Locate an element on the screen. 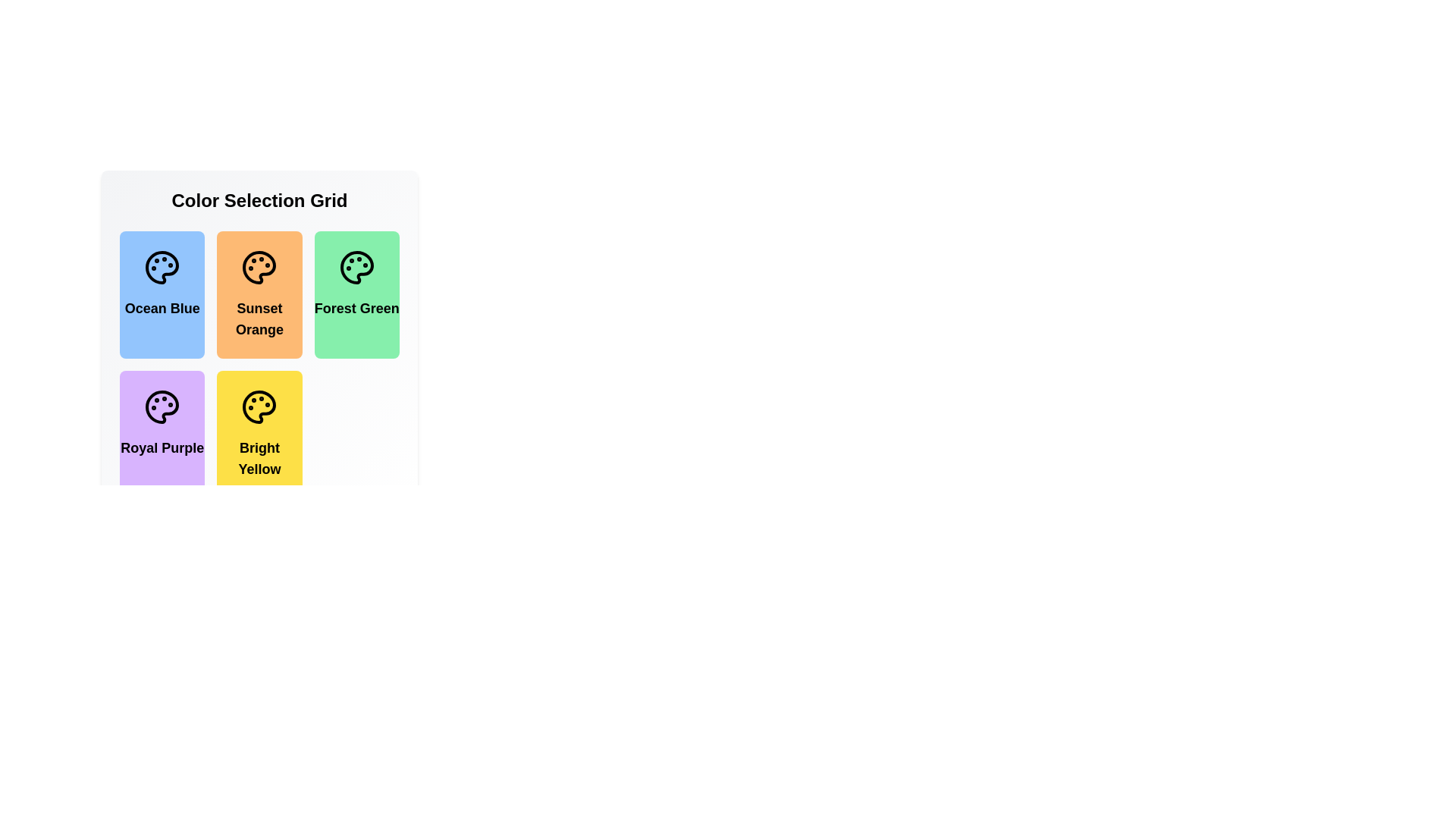 The height and width of the screenshot is (819, 1456). the color item Ocean Blue is located at coordinates (162, 295).